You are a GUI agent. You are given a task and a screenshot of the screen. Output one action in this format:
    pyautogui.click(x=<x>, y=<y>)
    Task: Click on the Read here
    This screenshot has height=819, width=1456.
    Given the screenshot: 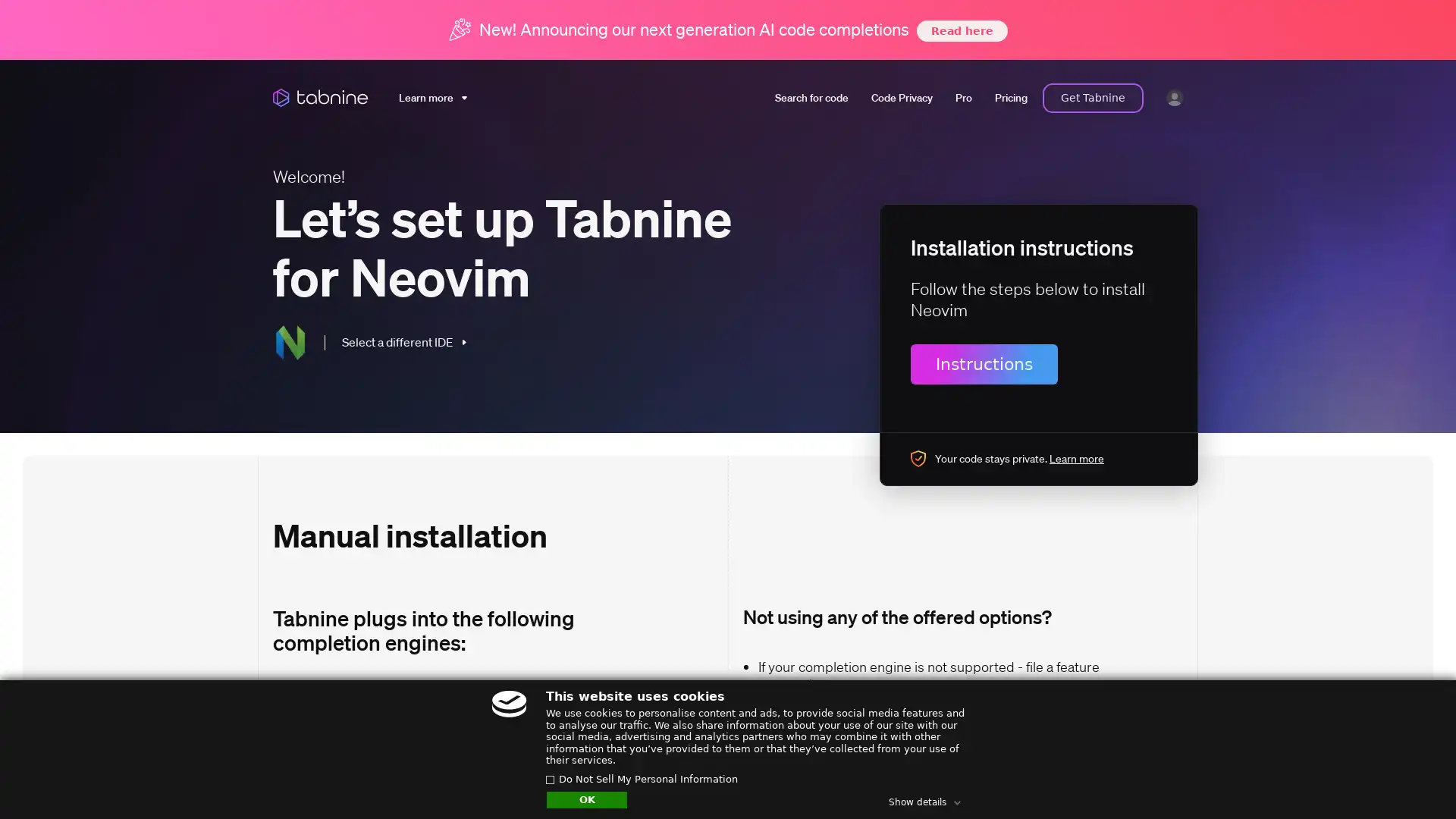 What is the action you would take?
    pyautogui.click(x=960, y=30)
    